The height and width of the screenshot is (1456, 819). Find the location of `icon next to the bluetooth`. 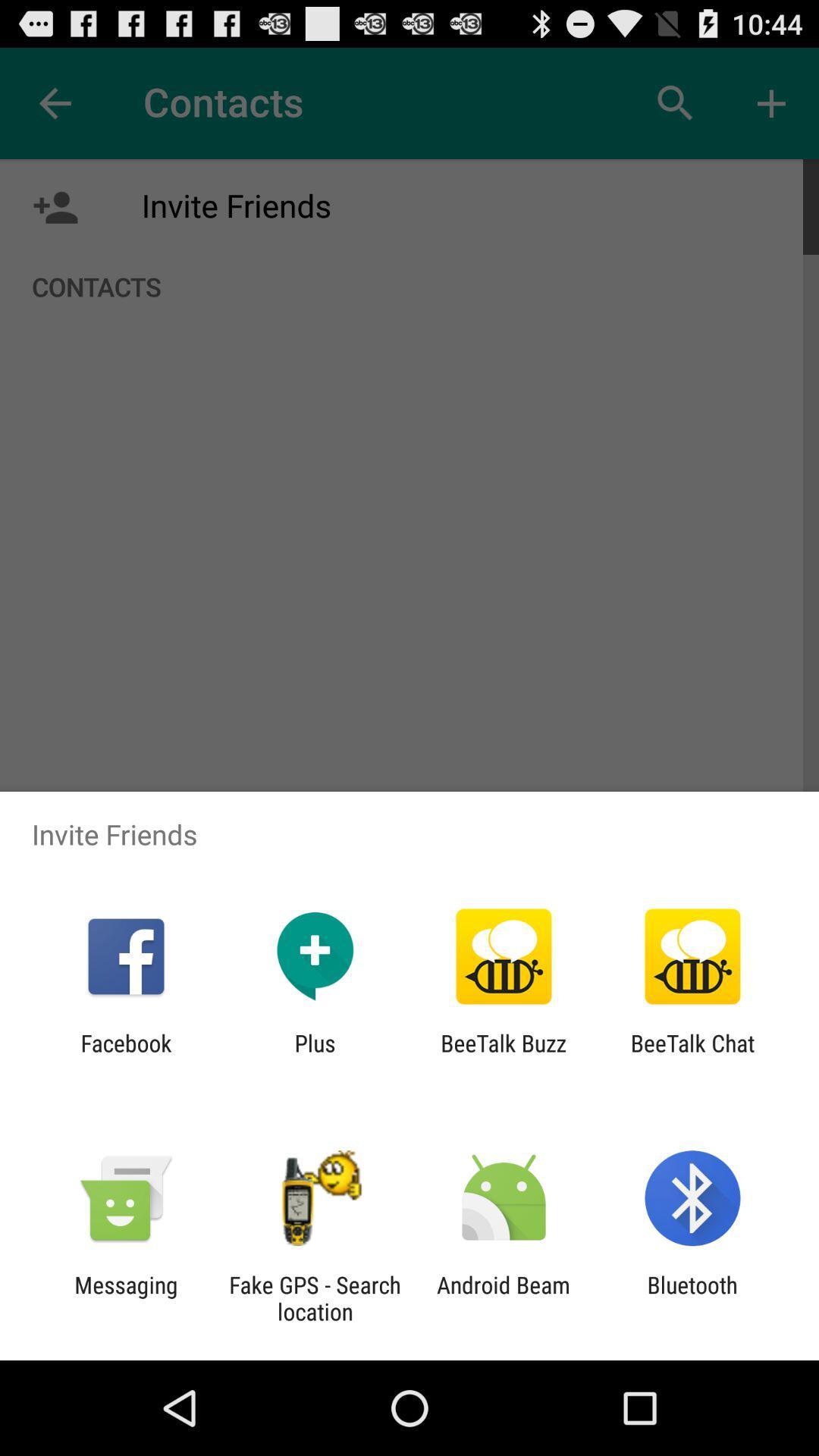

icon next to the bluetooth is located at coordinates (504, 1298).